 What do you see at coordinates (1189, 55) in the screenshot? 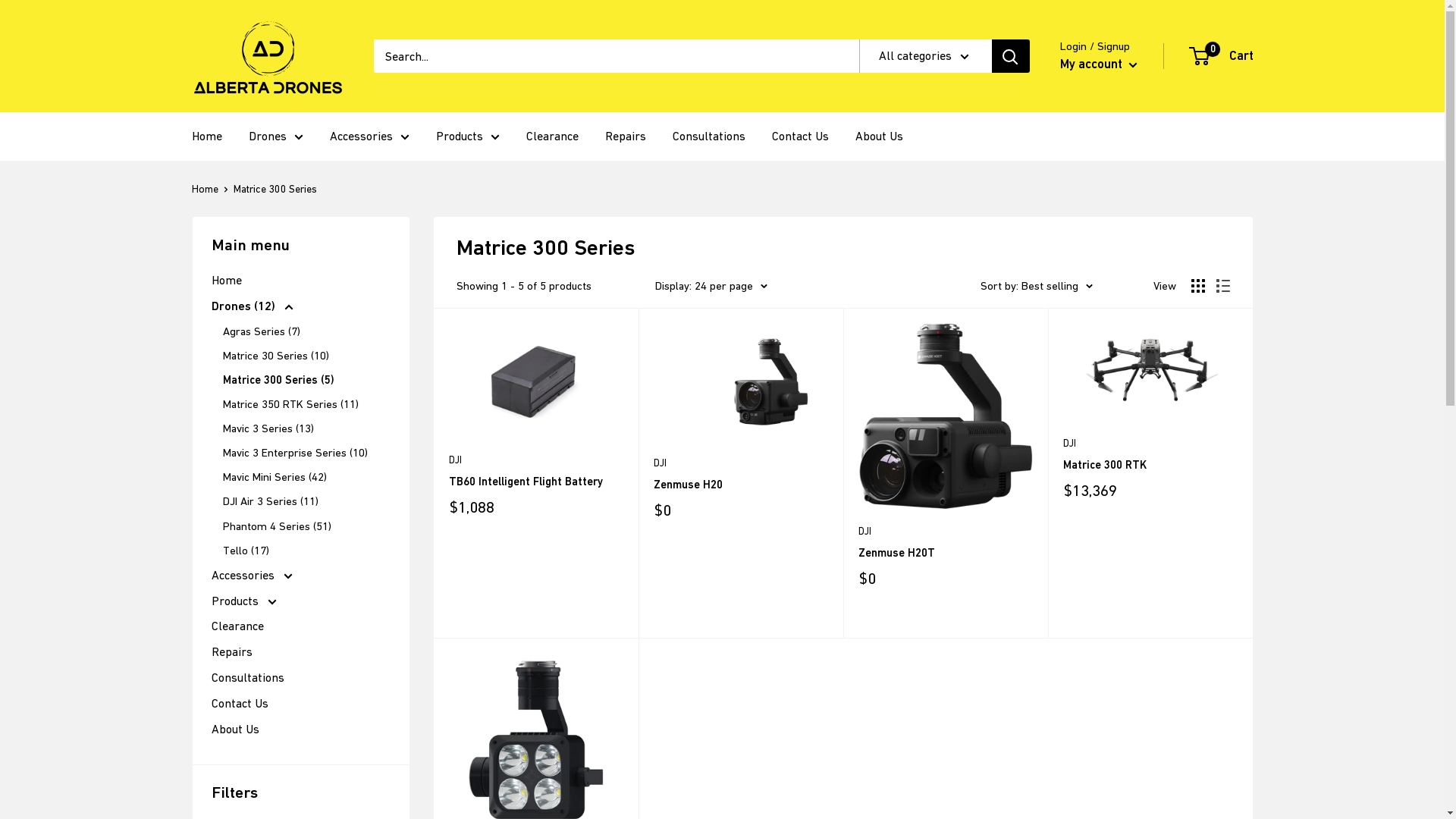
I see `'0` at bounding box center [1189, 55].